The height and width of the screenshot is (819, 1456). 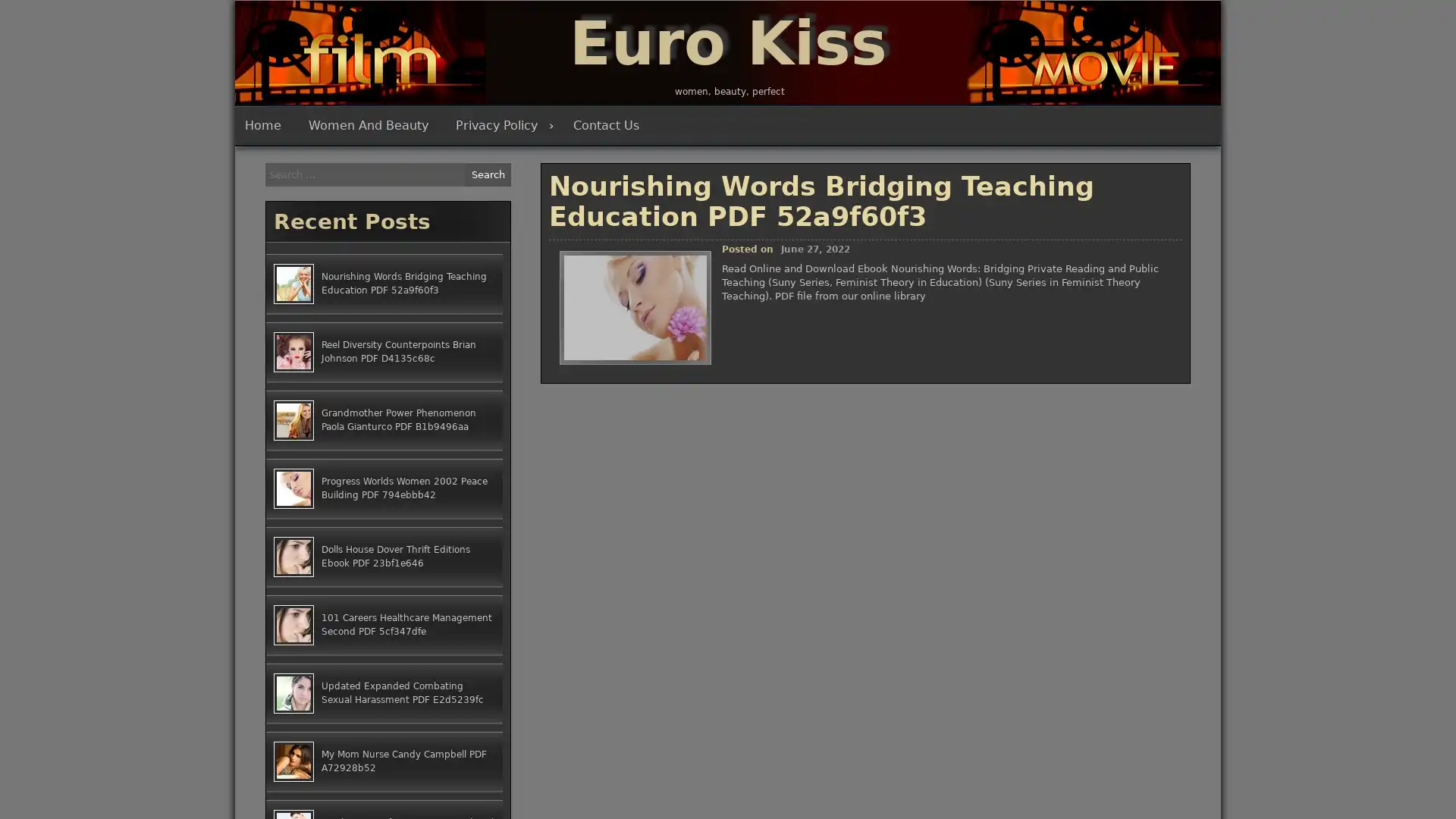 What do you see at coordinates (488, 174) in the screenshot?
I see `Search` at bounding box center [488, 174].